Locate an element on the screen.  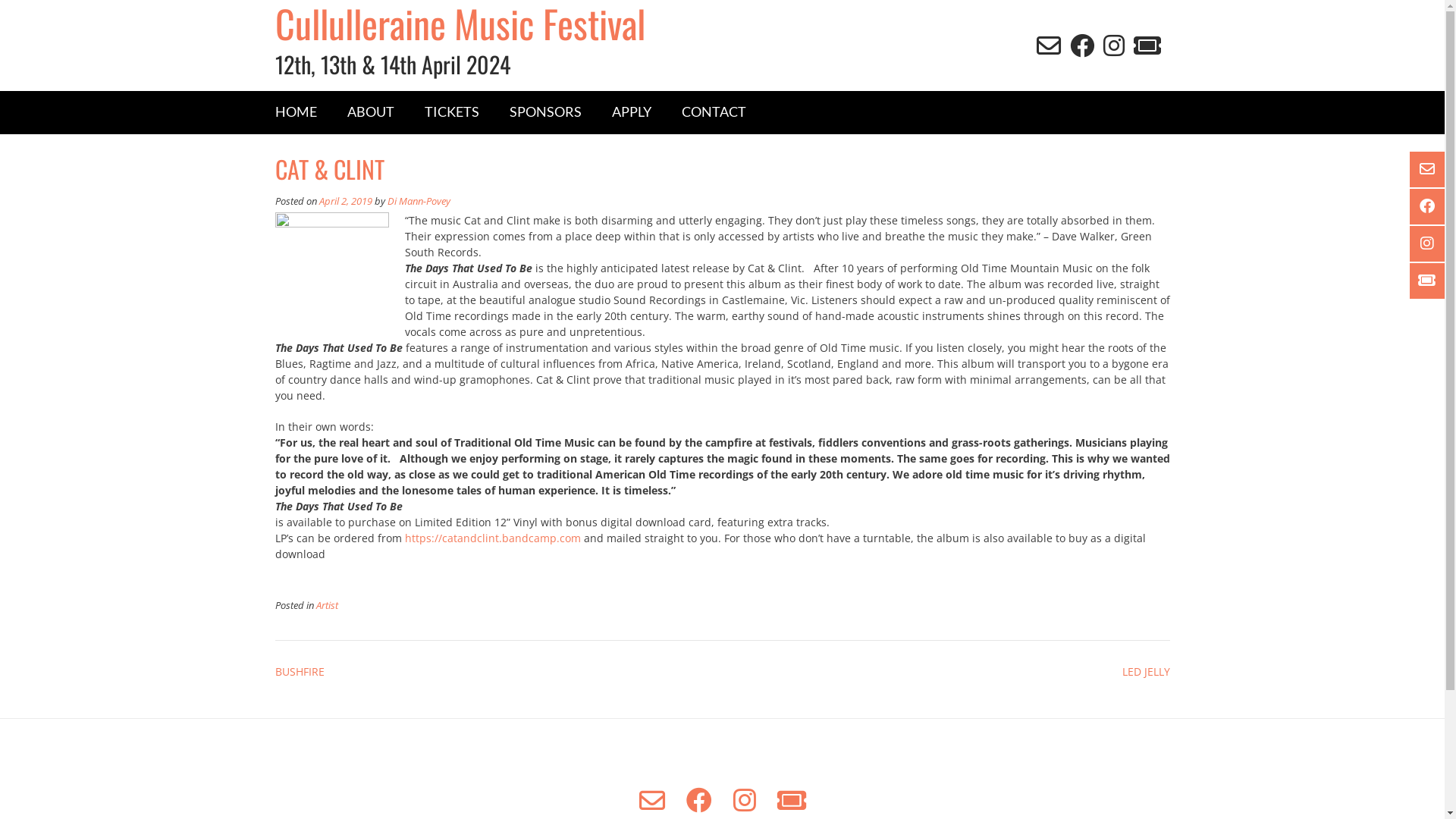
'Artist' is located at coordinates (325, 604).